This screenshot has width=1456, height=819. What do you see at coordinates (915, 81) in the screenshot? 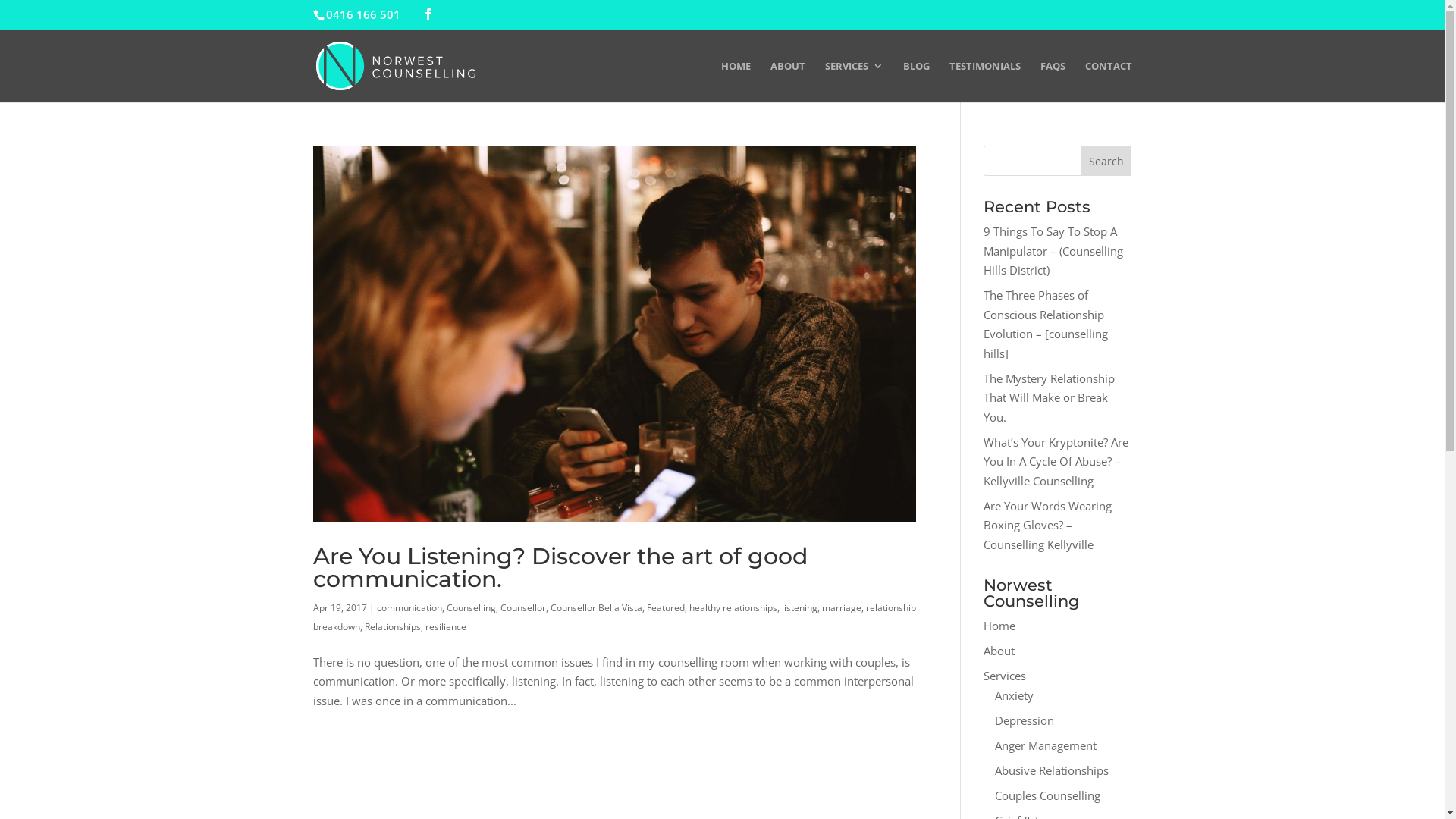
I see `'BLOG'` at bounding box center [915, 81].